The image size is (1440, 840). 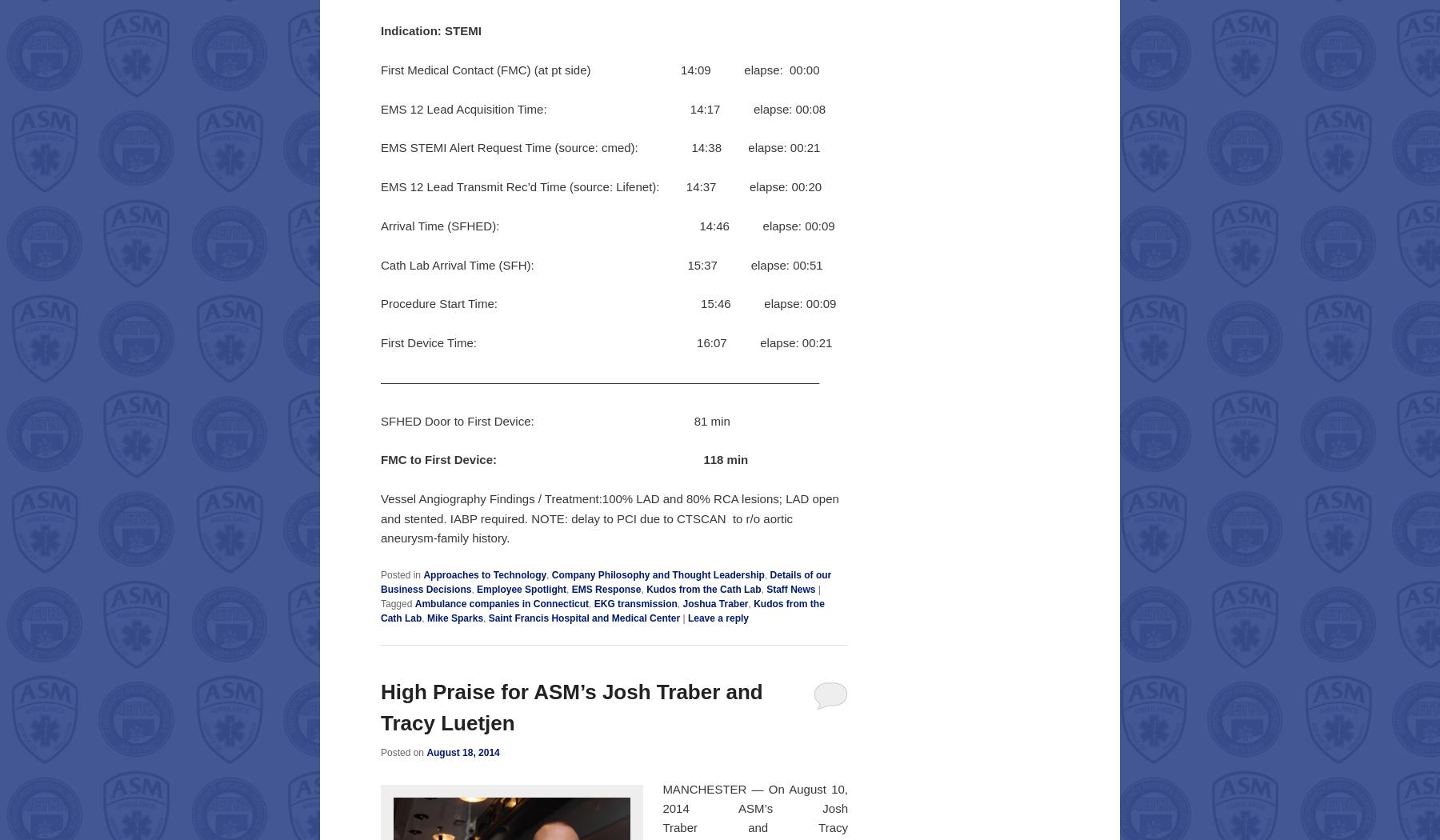 What do you see at coordinates (605, 588) in the screenshot?
I see `'EMS Response'` at bounding box center [605, 588].